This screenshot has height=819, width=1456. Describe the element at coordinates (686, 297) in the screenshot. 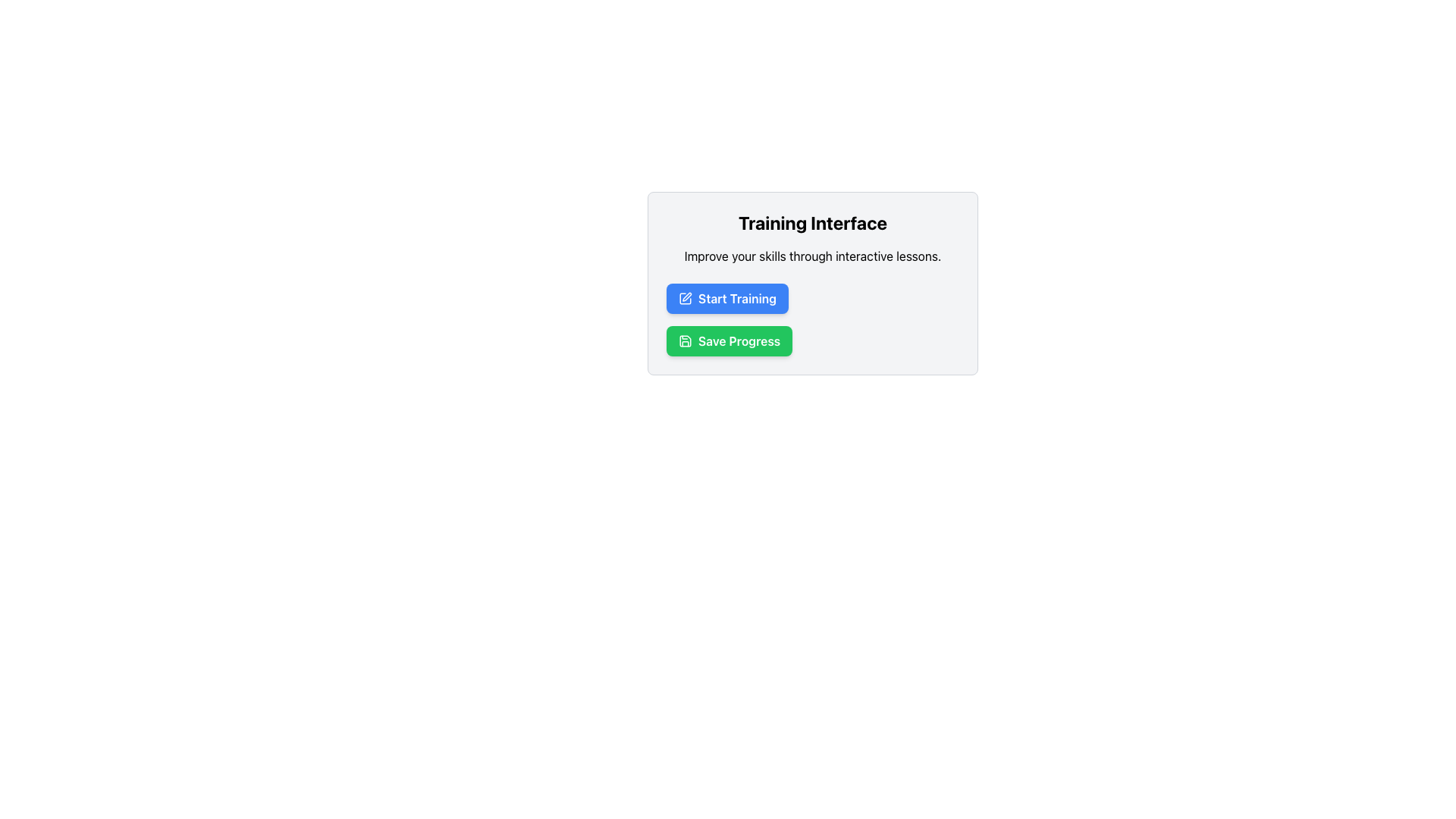

I see `the pen icon representing the edit function in the top-right of the SVG icon` at that location.